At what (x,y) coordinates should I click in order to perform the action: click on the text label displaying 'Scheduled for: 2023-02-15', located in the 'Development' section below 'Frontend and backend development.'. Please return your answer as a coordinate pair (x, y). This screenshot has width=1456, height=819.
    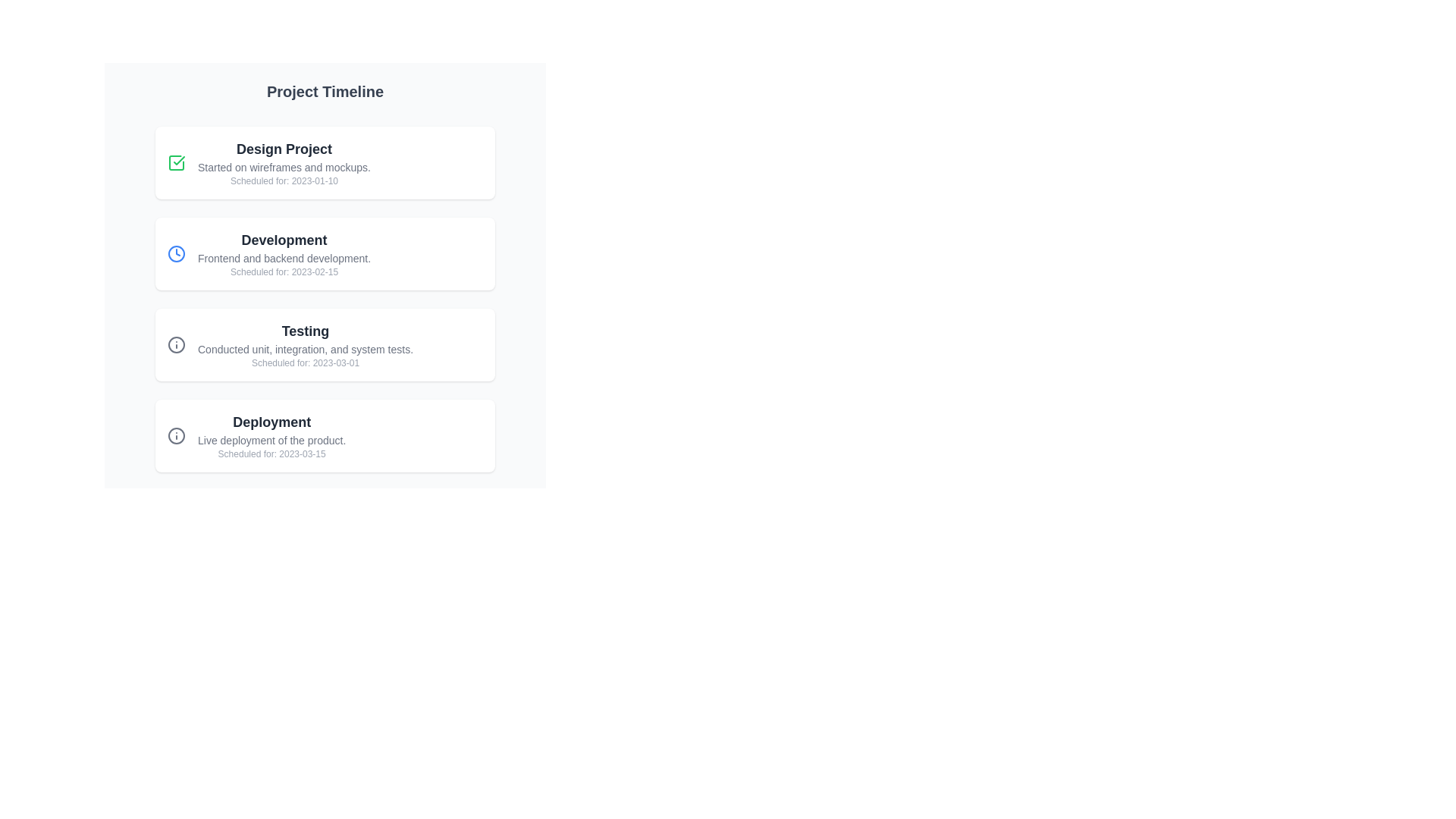
    Looking at the image, I should click on (284, 271).